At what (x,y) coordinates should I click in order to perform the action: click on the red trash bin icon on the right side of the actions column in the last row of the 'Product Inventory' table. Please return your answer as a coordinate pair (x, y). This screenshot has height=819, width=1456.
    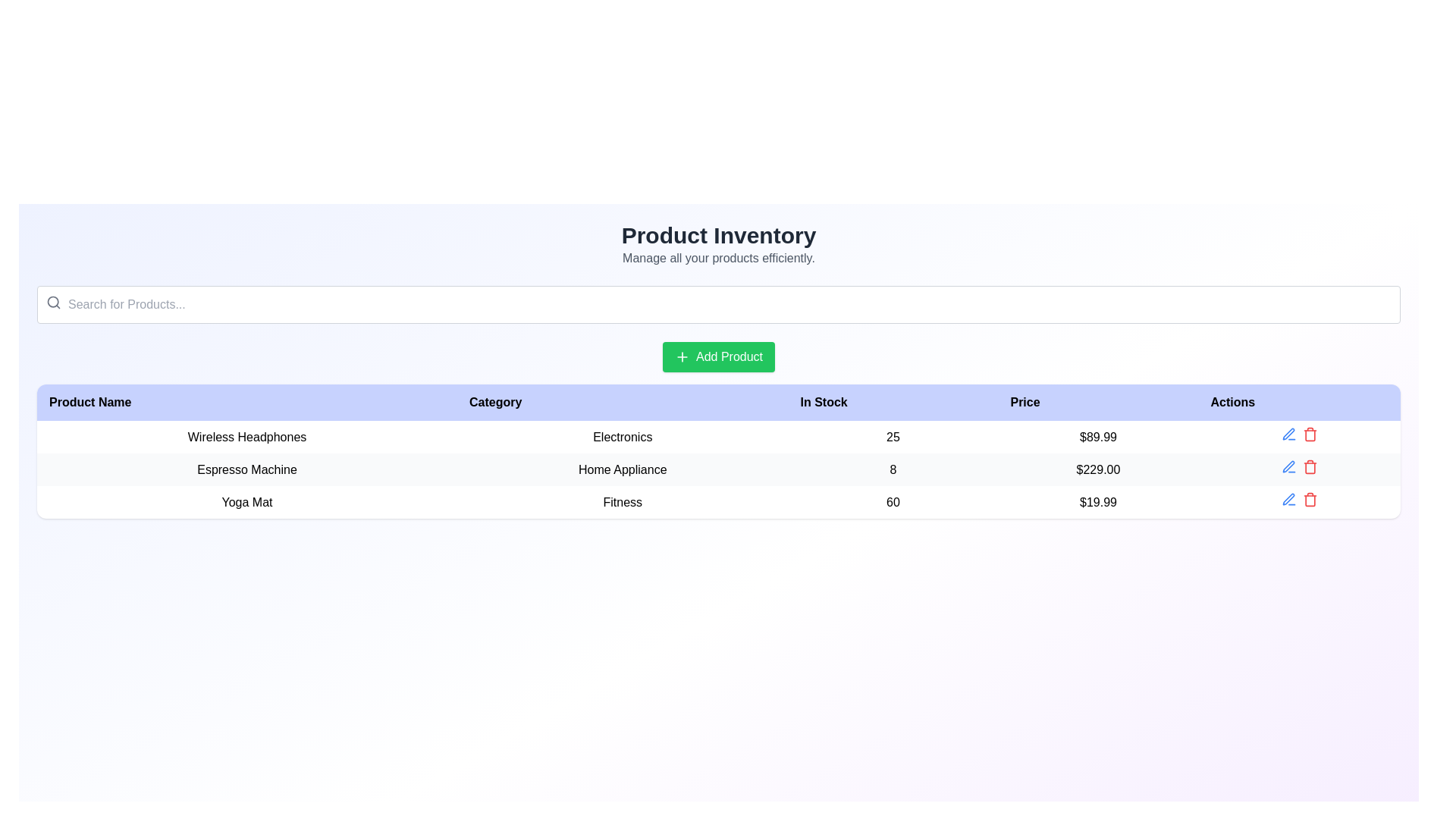
    Looking at the image, I should click on (1298, 502).